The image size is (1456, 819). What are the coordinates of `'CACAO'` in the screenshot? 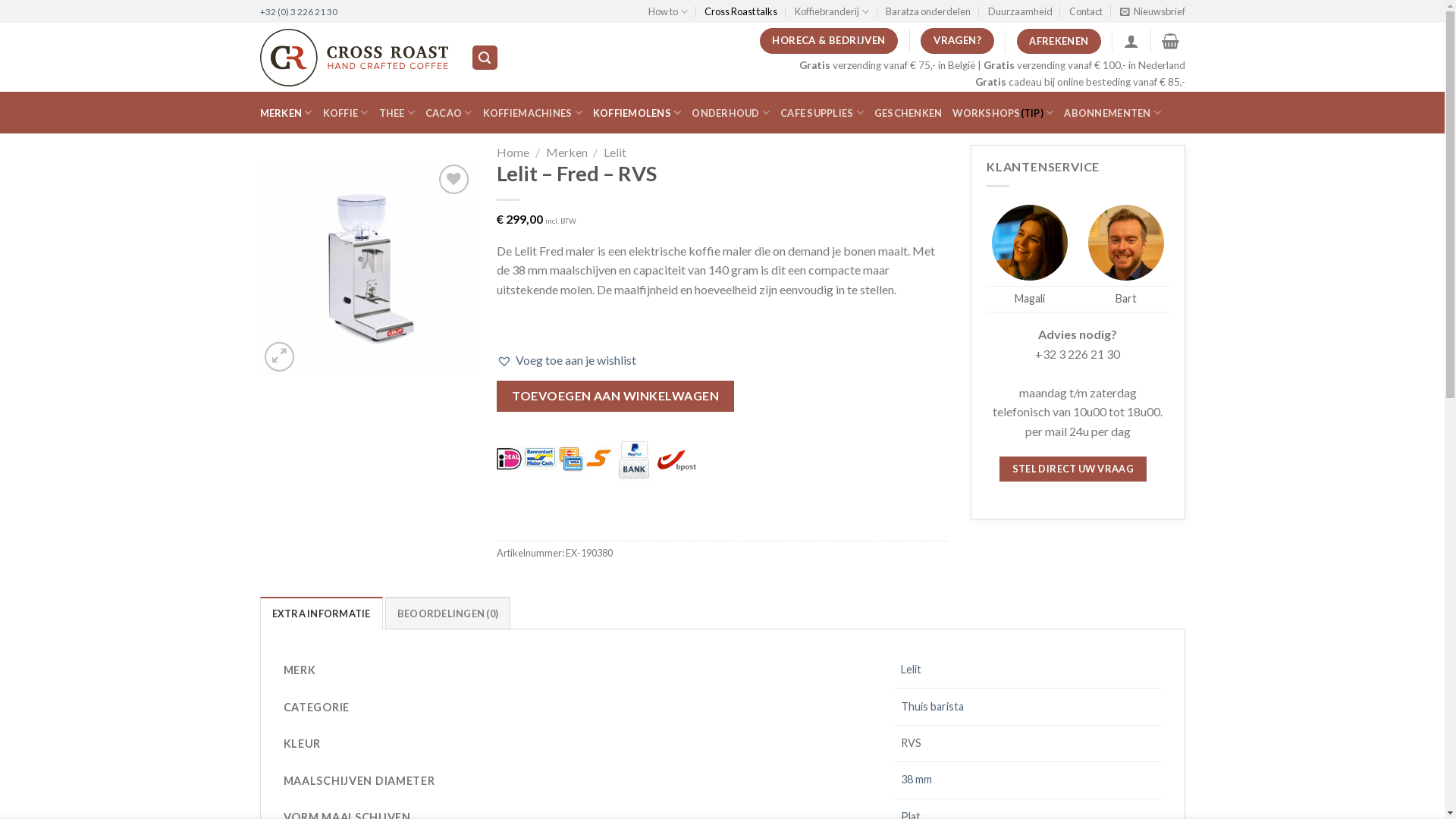 It's located at (447, 112).